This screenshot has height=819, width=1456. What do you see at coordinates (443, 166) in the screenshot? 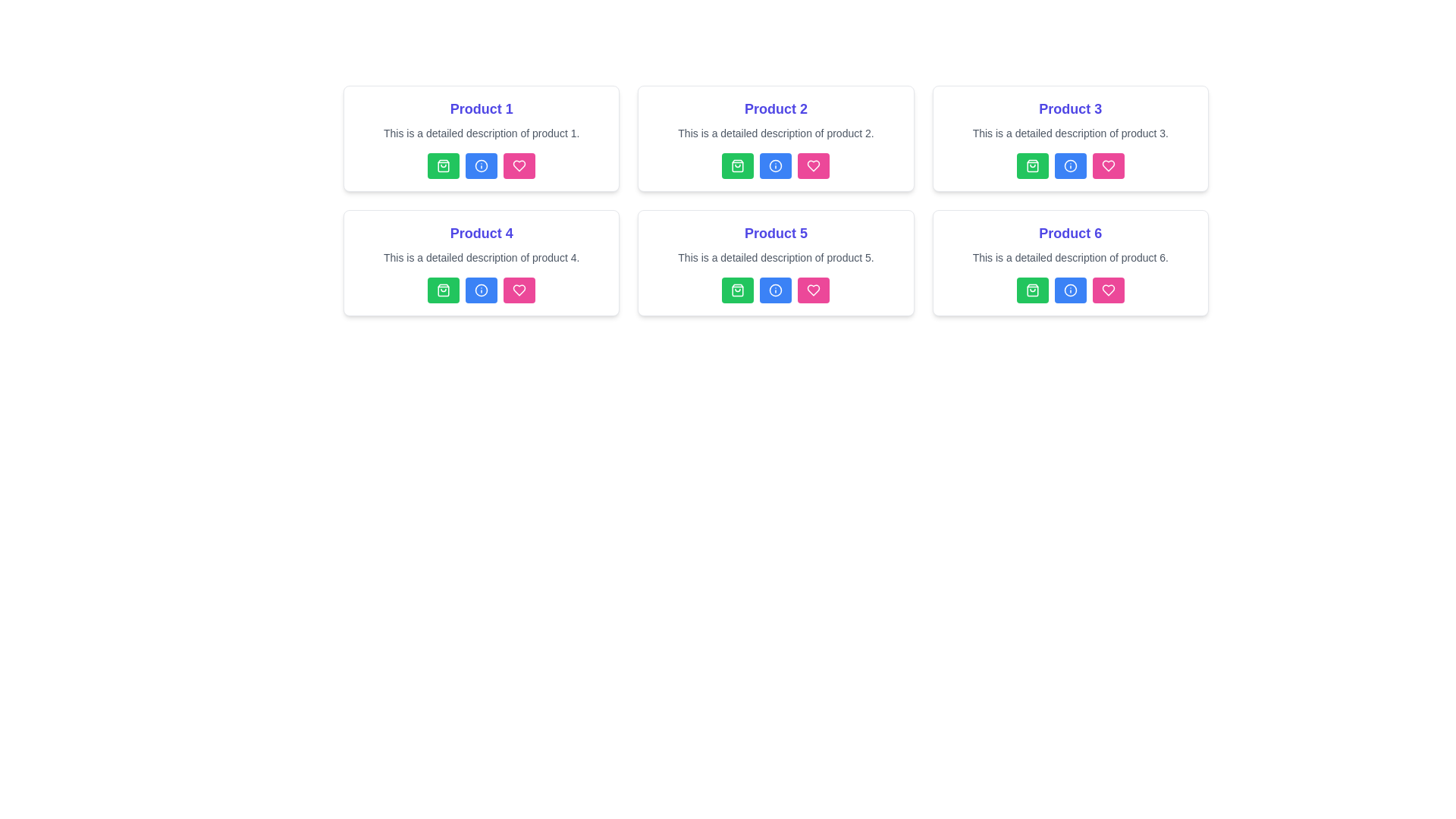
I see `the icon within the green button in the first row and leftmost column of the grid layout, associated with 'Product 1'` at bounding box center [443, 166].